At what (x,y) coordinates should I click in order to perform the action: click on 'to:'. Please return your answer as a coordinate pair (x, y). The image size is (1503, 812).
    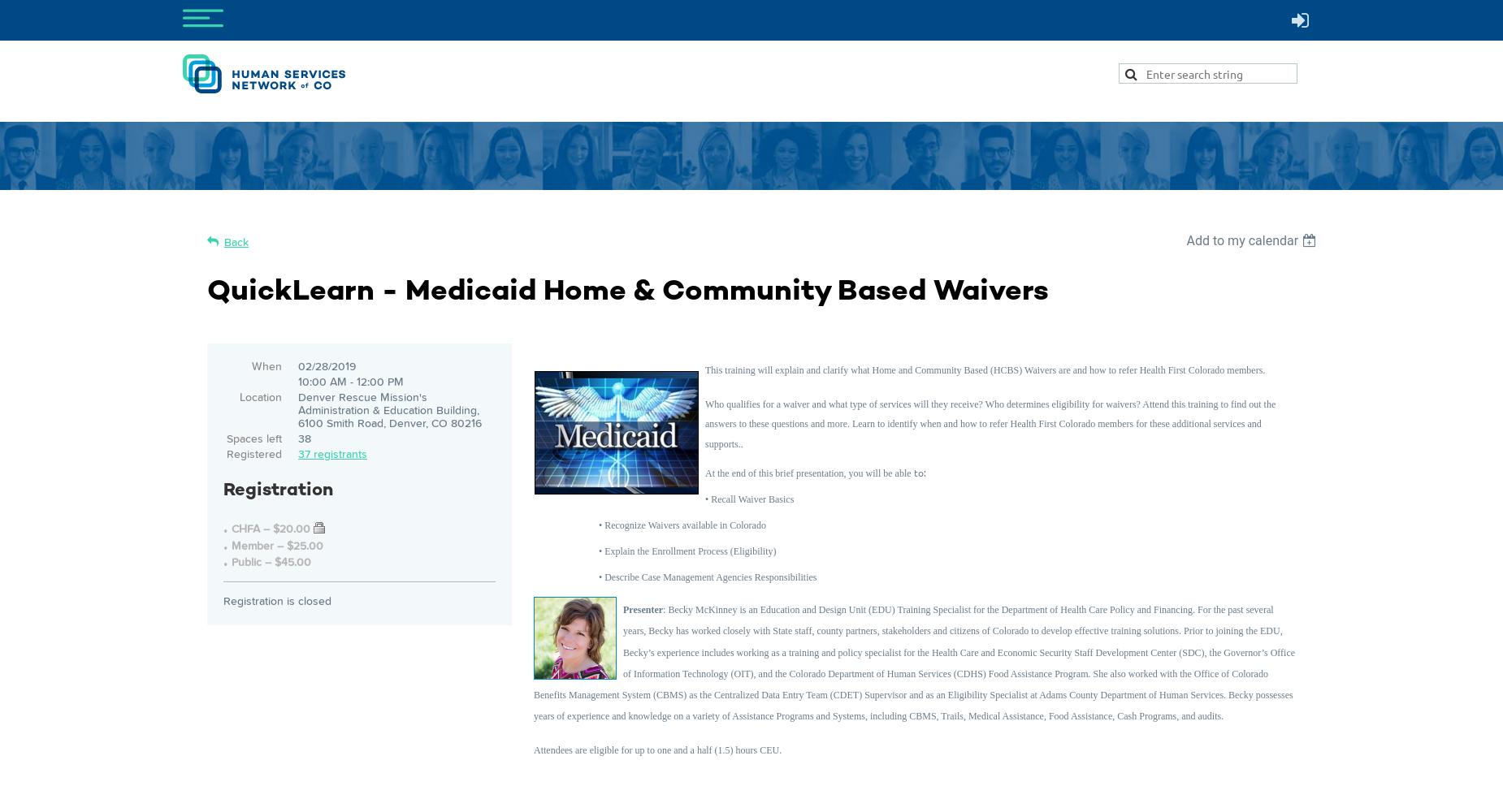
    Looking at the image, I should click on (918, 472).